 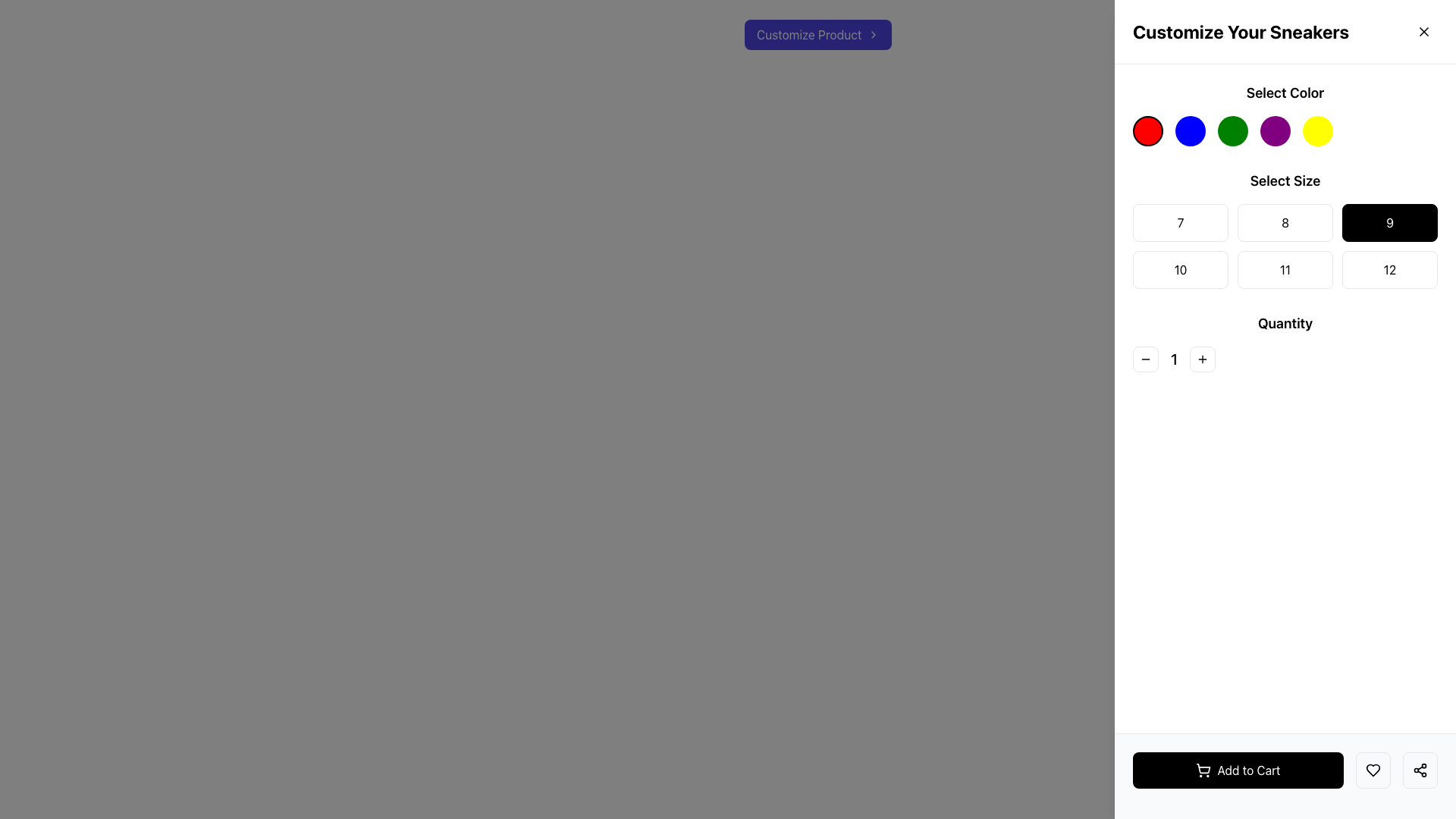 What do you see at coordinates (1423, 32) in the screenshot?
I see `the close button icon located in the top-right corner of the interface to hide or close the associated panel or window` at bounding box center [1423, 32].